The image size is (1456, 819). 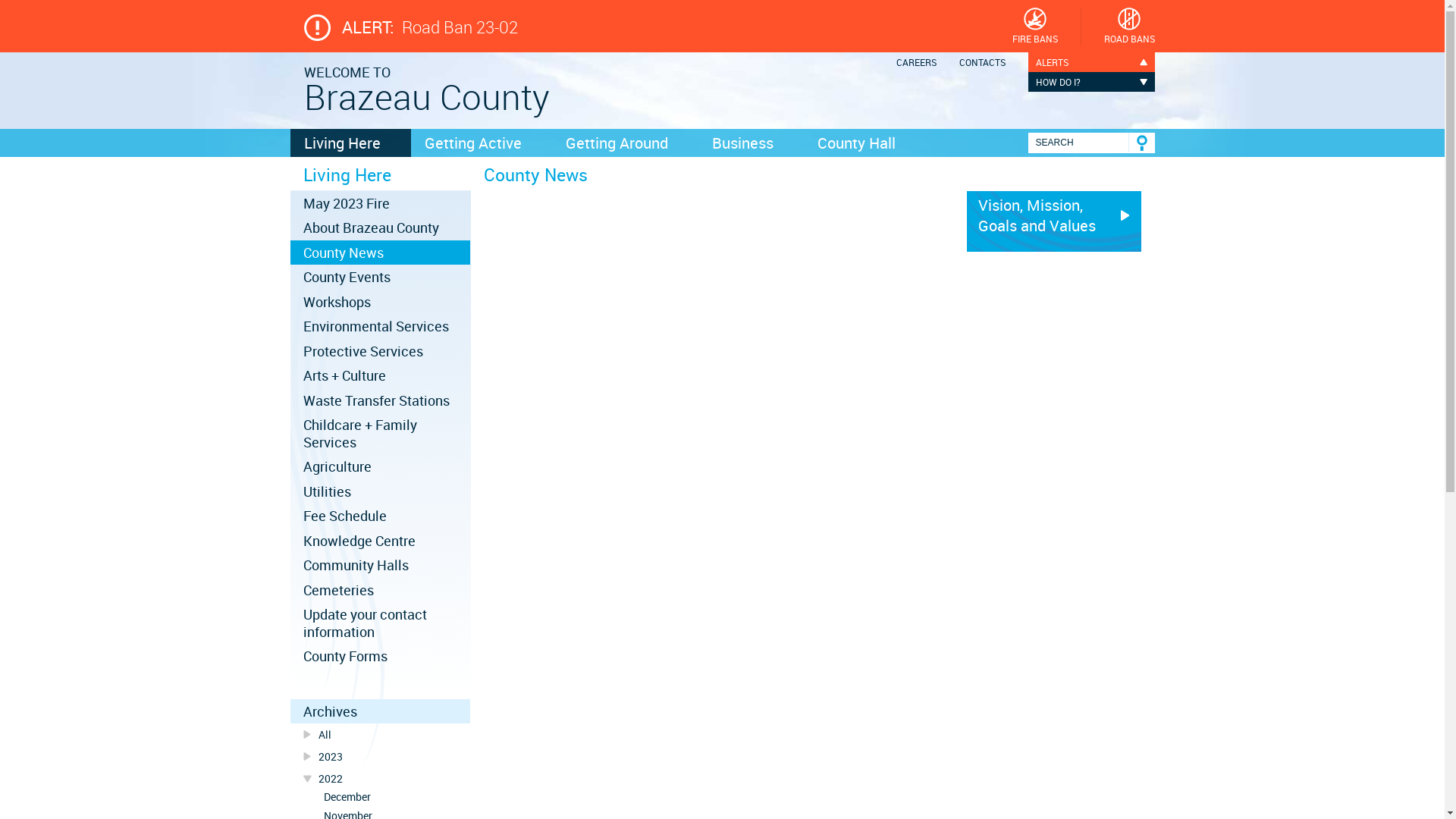 I want to click on 'County Forms', so click(x=379, y=654).